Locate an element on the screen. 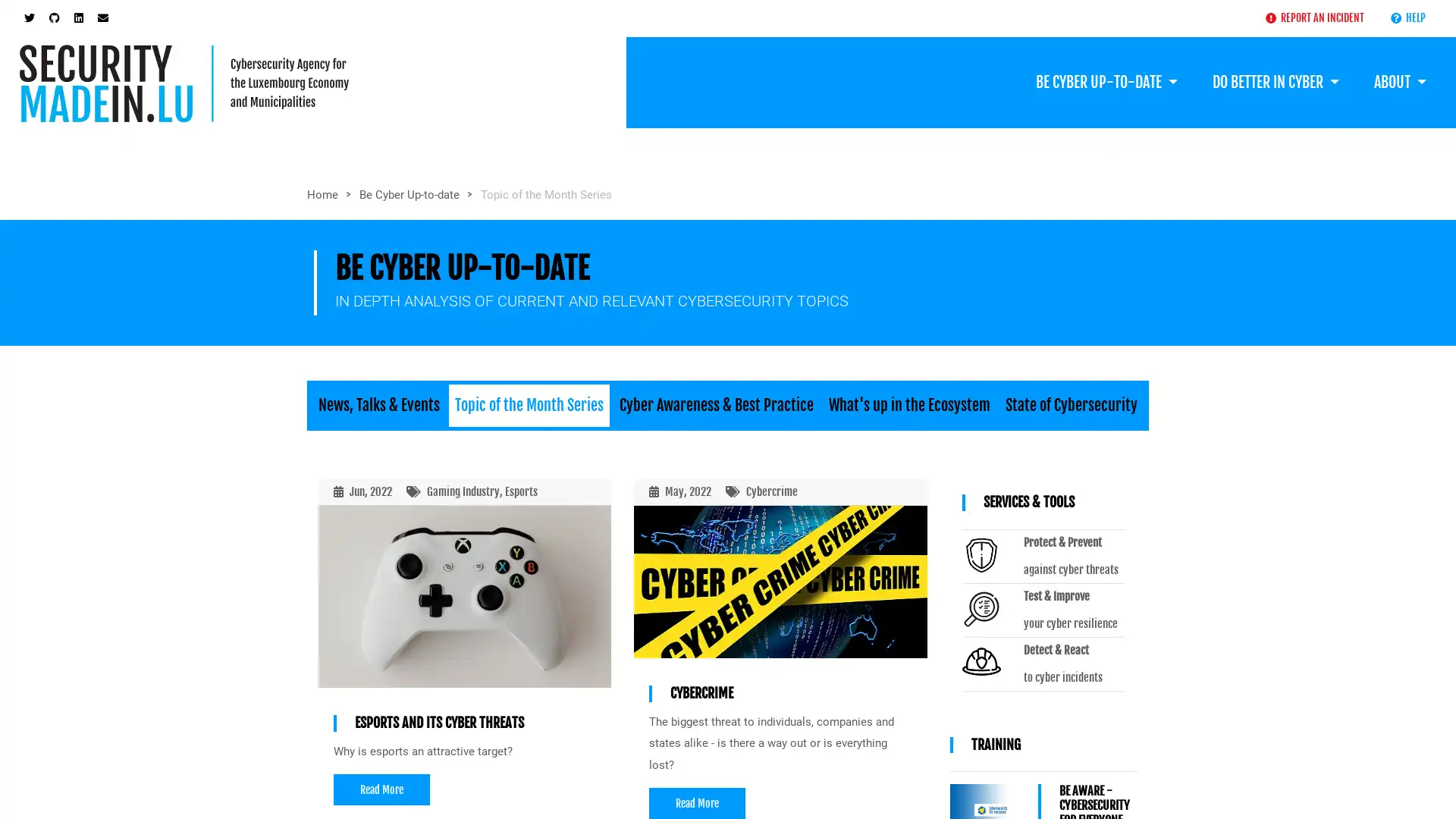 This screenshot has height=819, width=1456. BE CYBER UP-TO-DATE is located at coordinates (1106, 82).